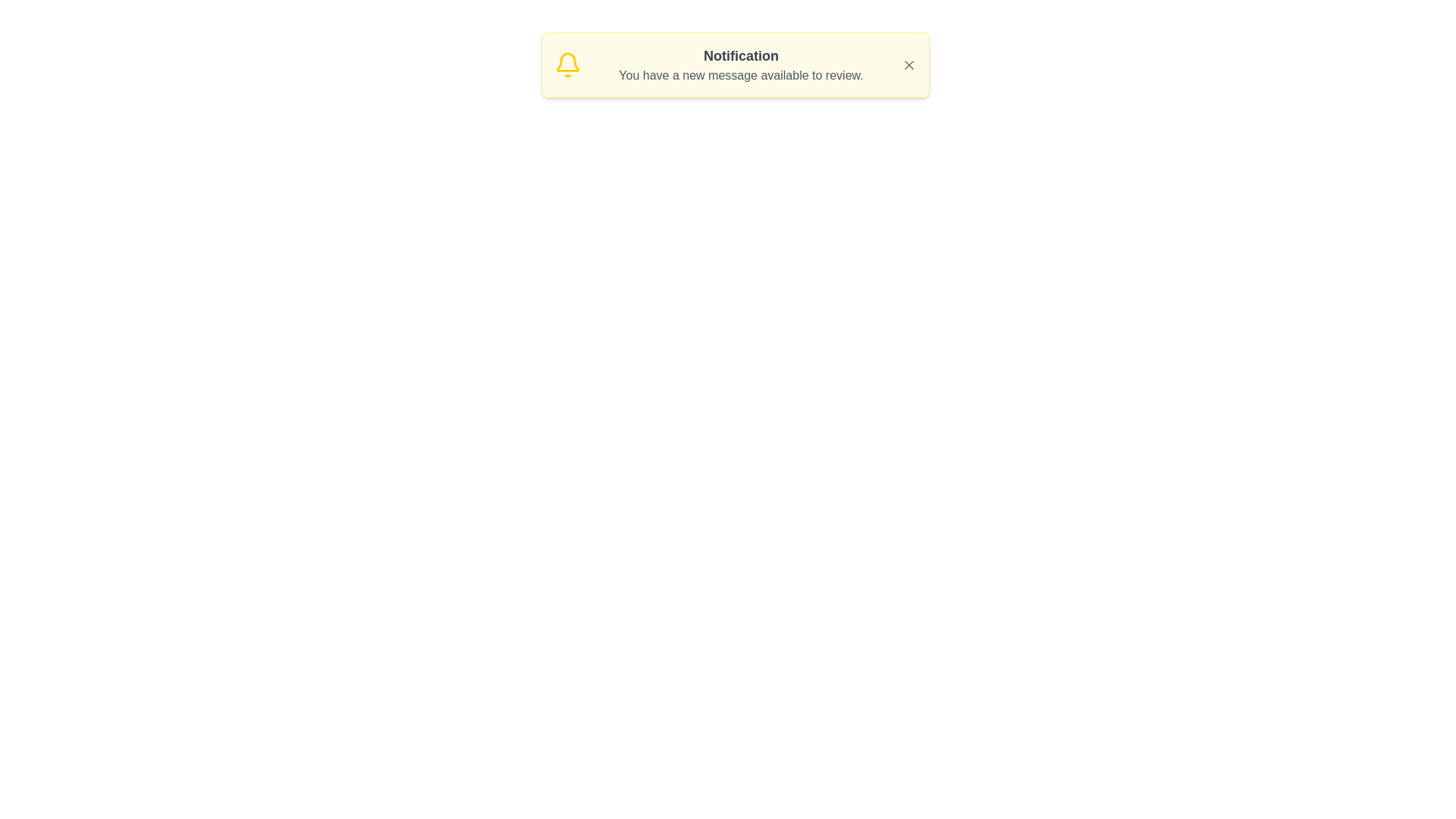 The width and height of the screenshot is (1456, 819). Describe the element at coordinates (741, 76) in the screenshot. I see `the static text notification that reads 'You have a new message available to review.' which is located below the 'Notification' header` at that location.